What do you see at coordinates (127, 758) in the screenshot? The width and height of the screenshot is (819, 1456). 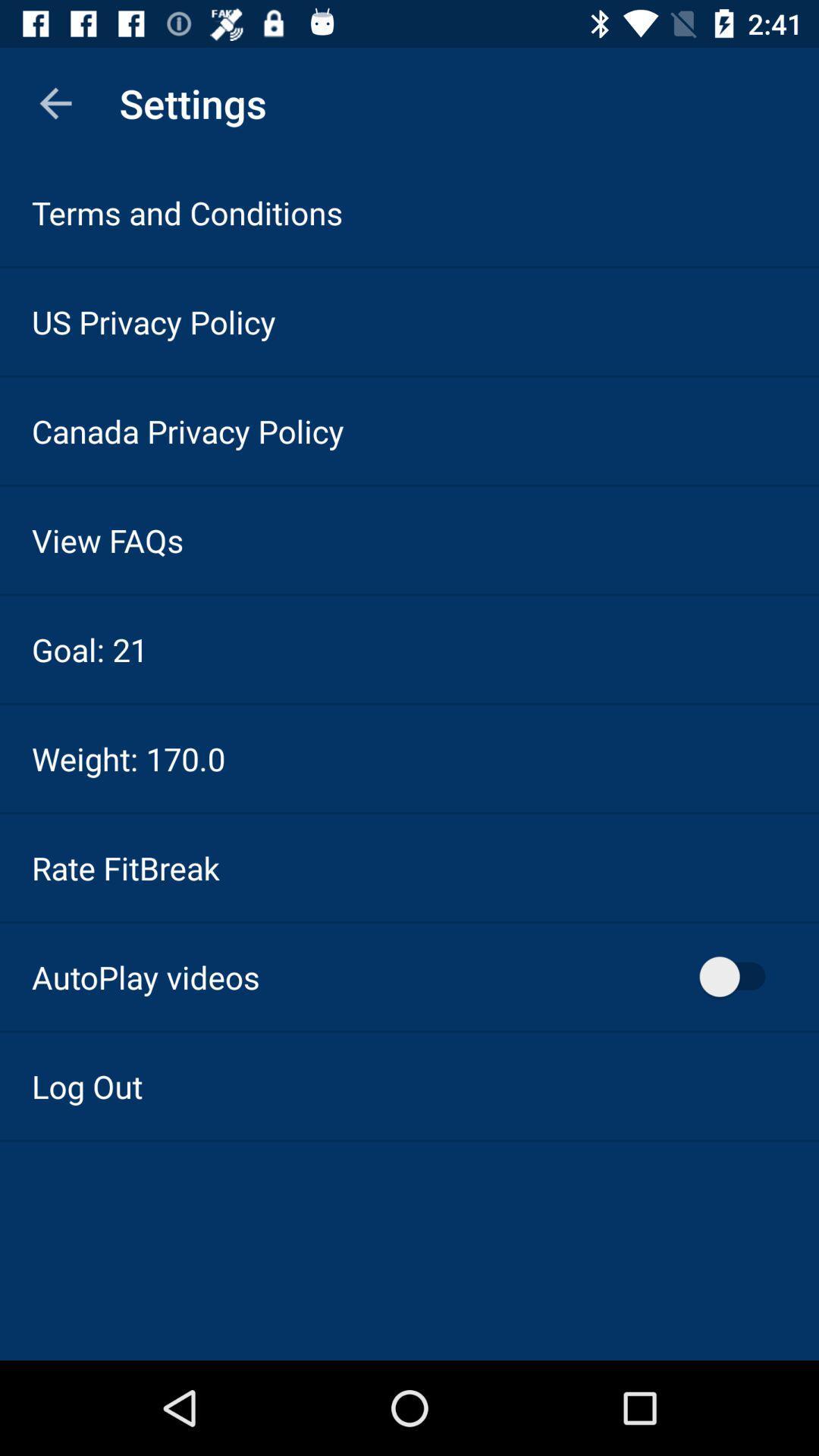 I see `the weight: 170.0 icon` at bounding box center [127, 758].